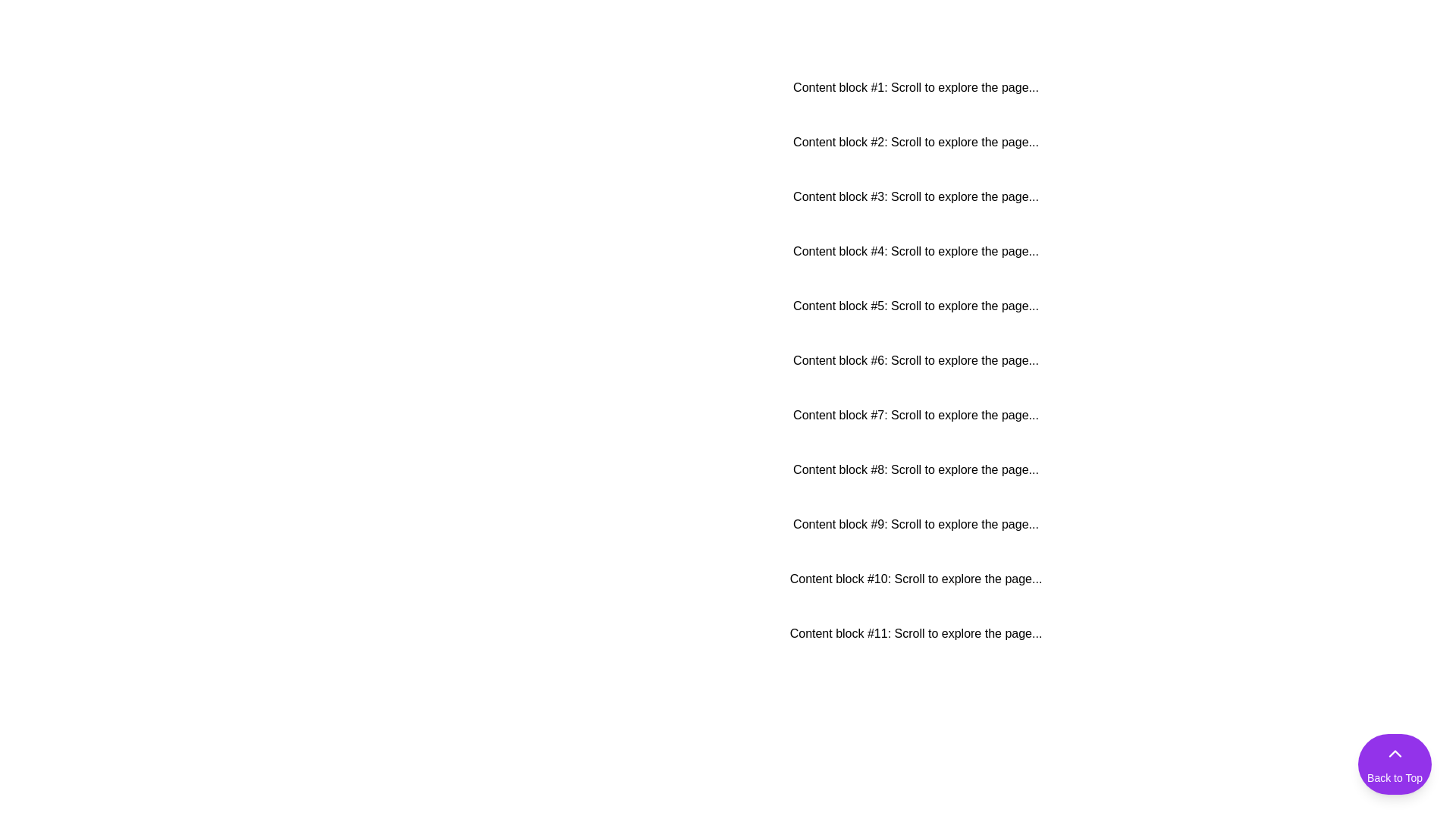 This screenshot has height=819, width=1456. I want to click on the 'Back to Top' button, which is a purple circular button with a white upward-pointing chevron icon and white text, located in the bottom-right corner of the interface, to scroll to the top of the page, so click(1395, 764).